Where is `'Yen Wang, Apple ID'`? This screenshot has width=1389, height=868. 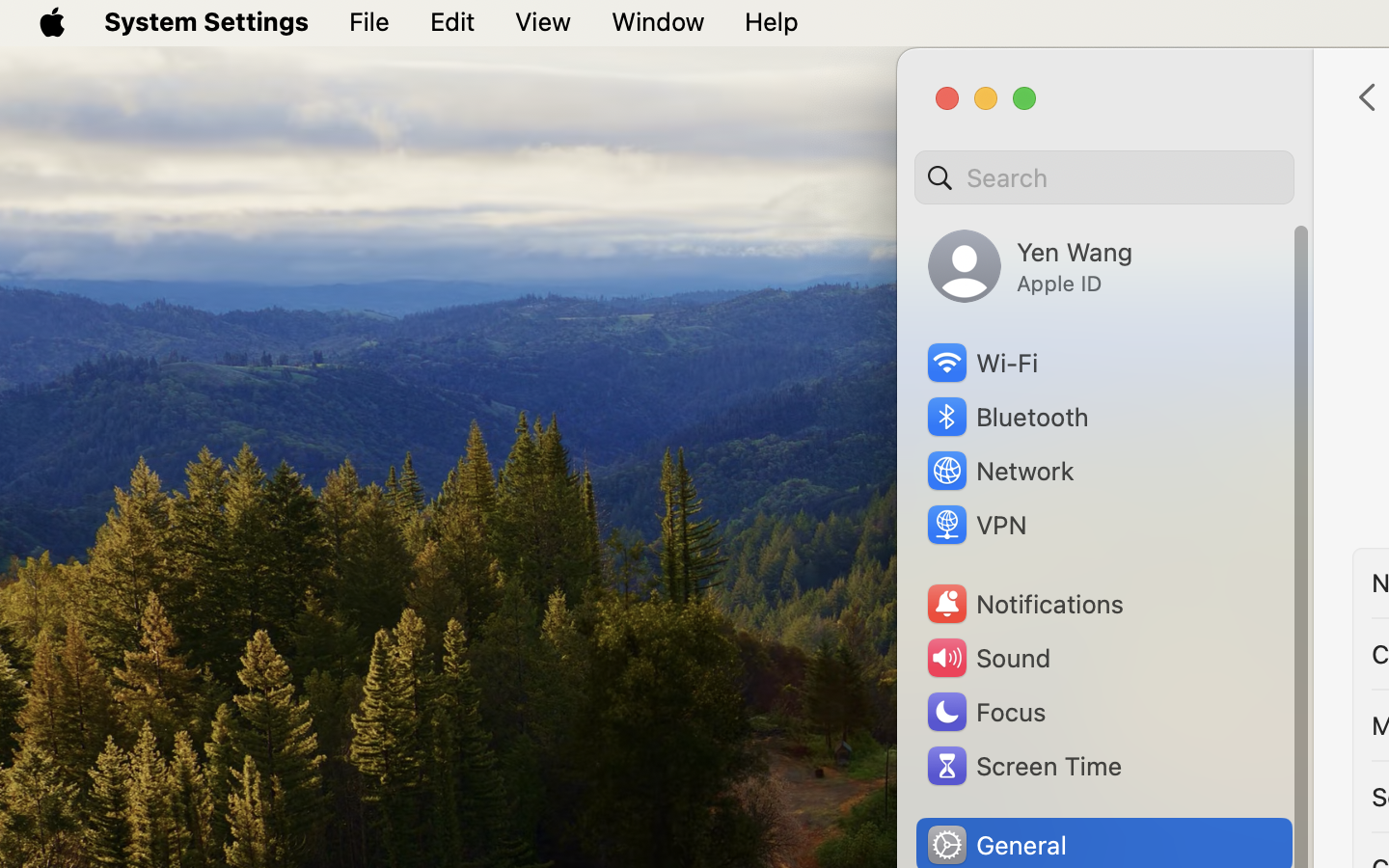 'Yen Wang, Apple ID' is located at coordinates (1030, 265).